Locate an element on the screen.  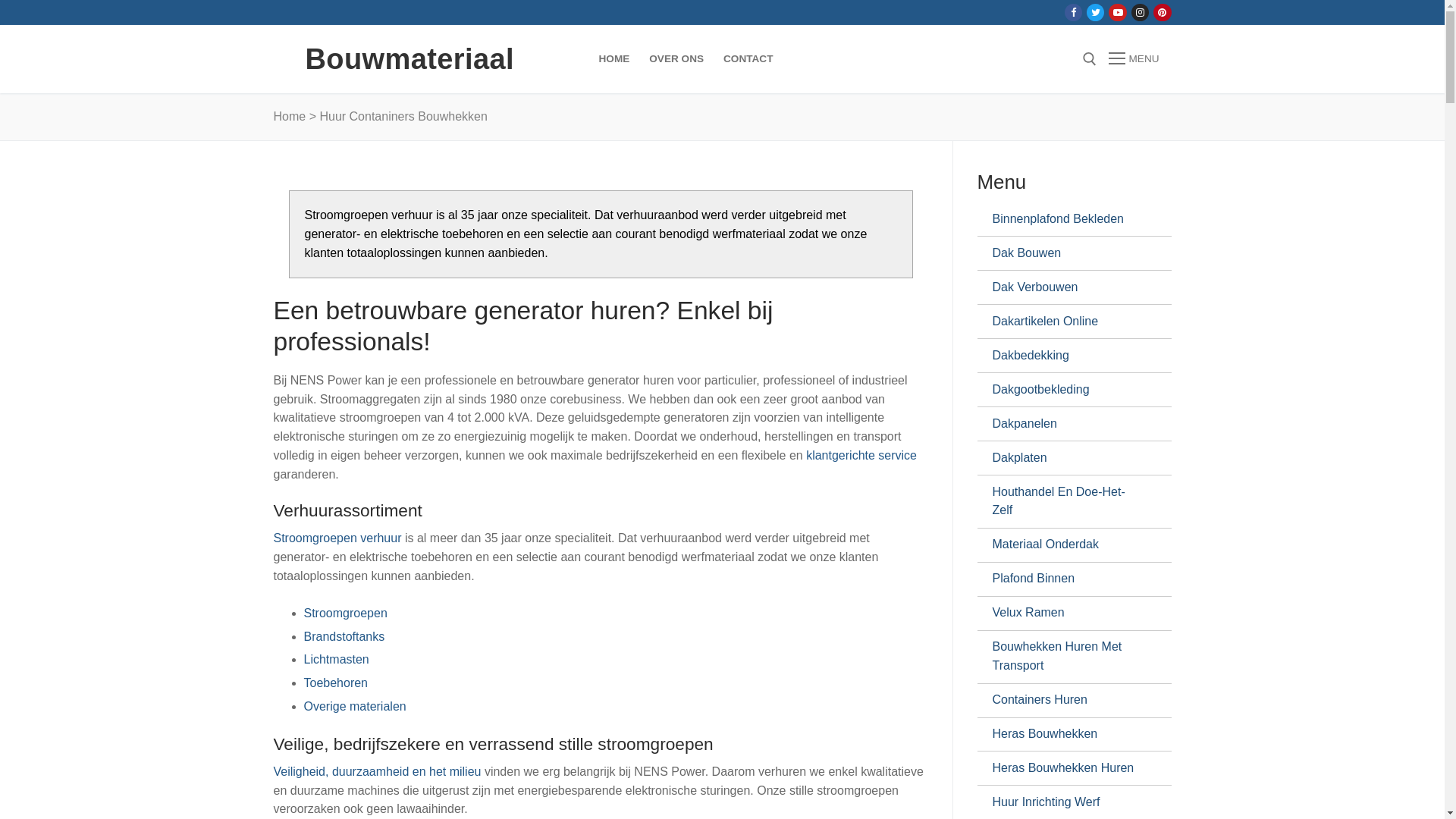
'Youtube' is located at coordinates (1113, 12).